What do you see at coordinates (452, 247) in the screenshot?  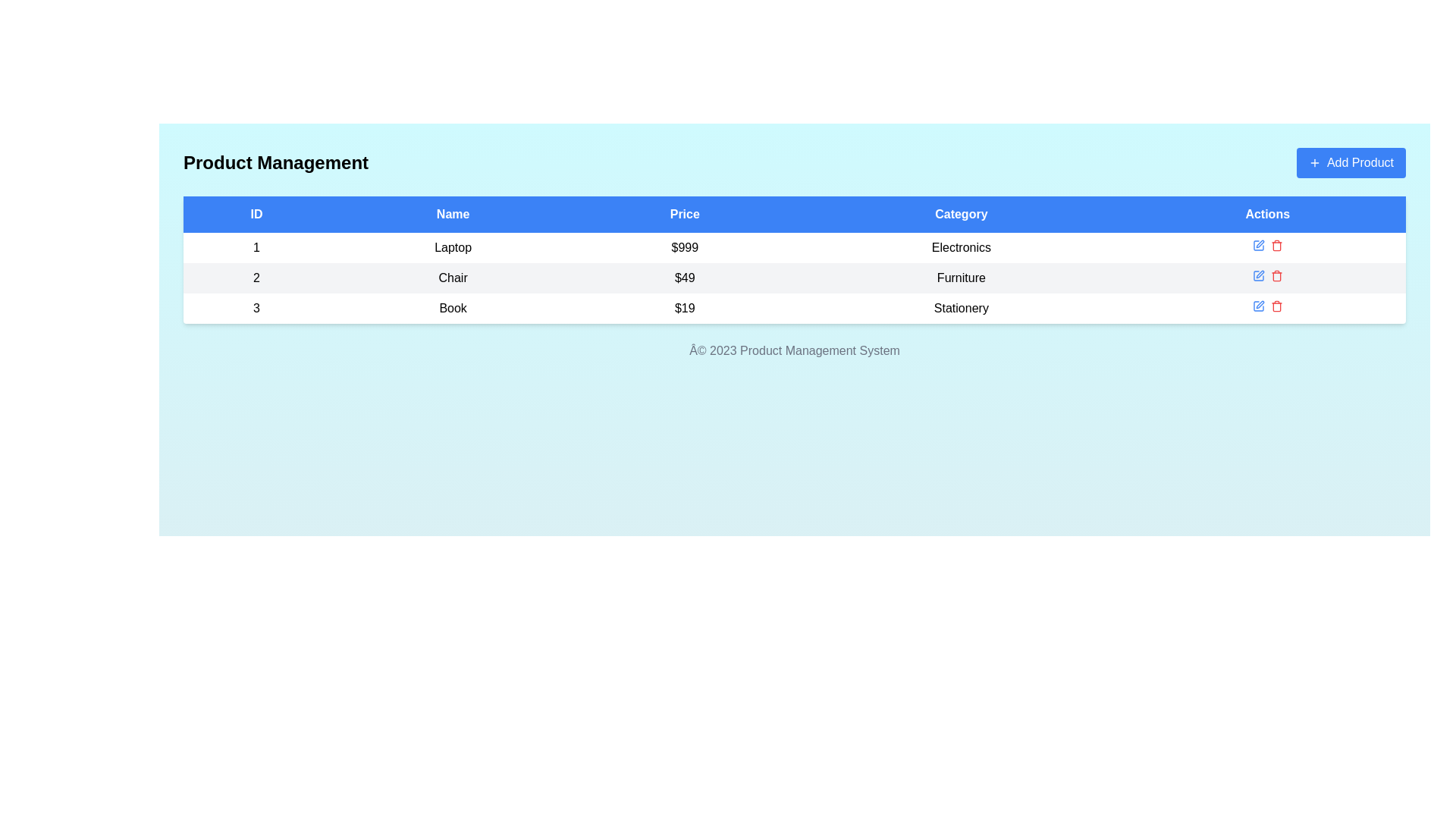 I see `the 'Laptop' text label located in the first row of the table under the 'Name' column, positioned between the '1' in the 'ID' column and '$999' in the 'Price' column` at bounding box center [452, 247].